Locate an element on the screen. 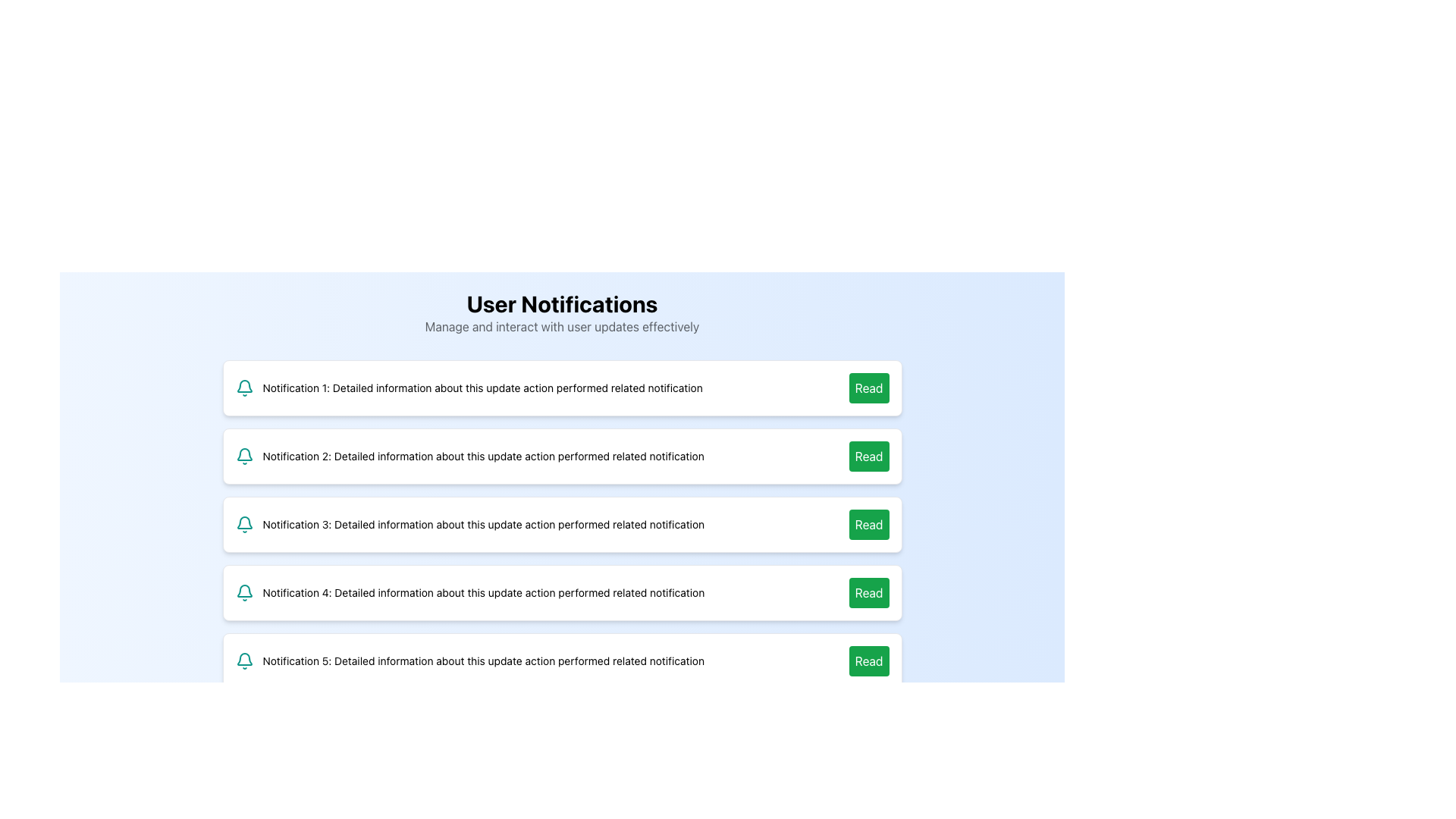 This screenshot has height=819, width=1456. the fifth Notification Card is located at coordinates (561, 660).